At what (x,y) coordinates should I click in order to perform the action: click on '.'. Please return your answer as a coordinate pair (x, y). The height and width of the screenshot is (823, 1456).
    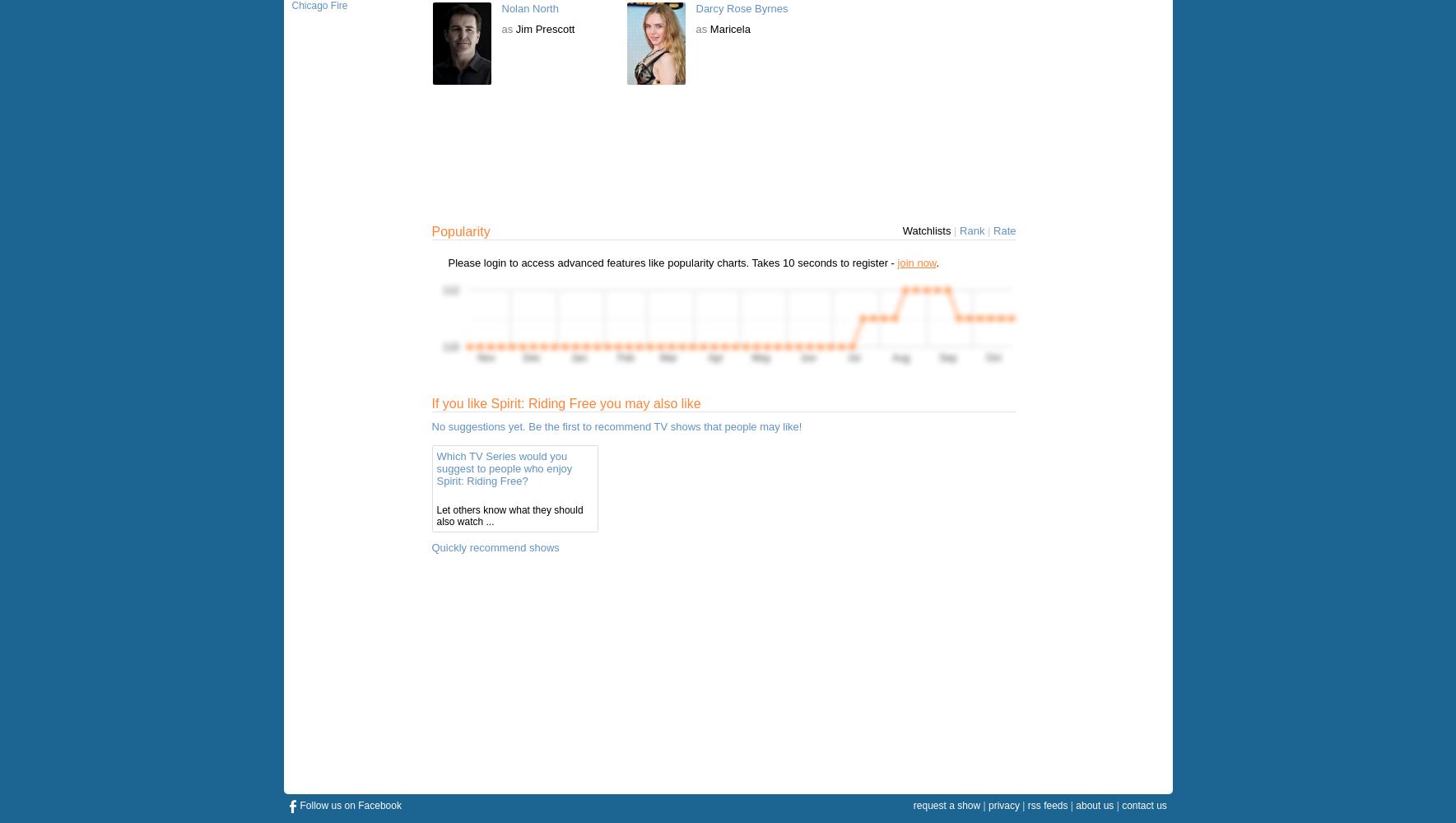
    Looking at the image, I should click on (937, 262).